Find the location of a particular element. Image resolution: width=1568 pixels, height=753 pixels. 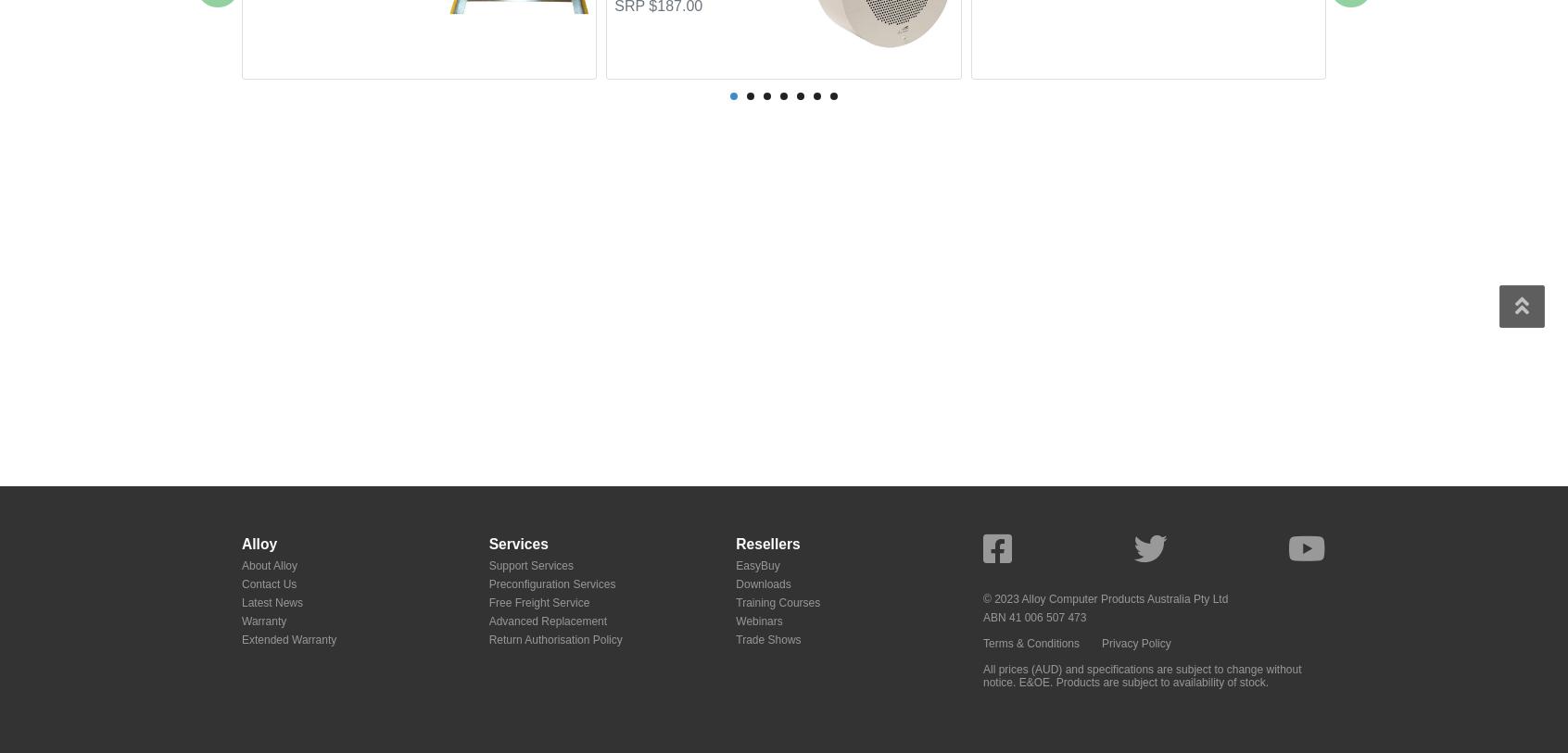

'Privacy Policy' is located at coordinates (1100, 642).